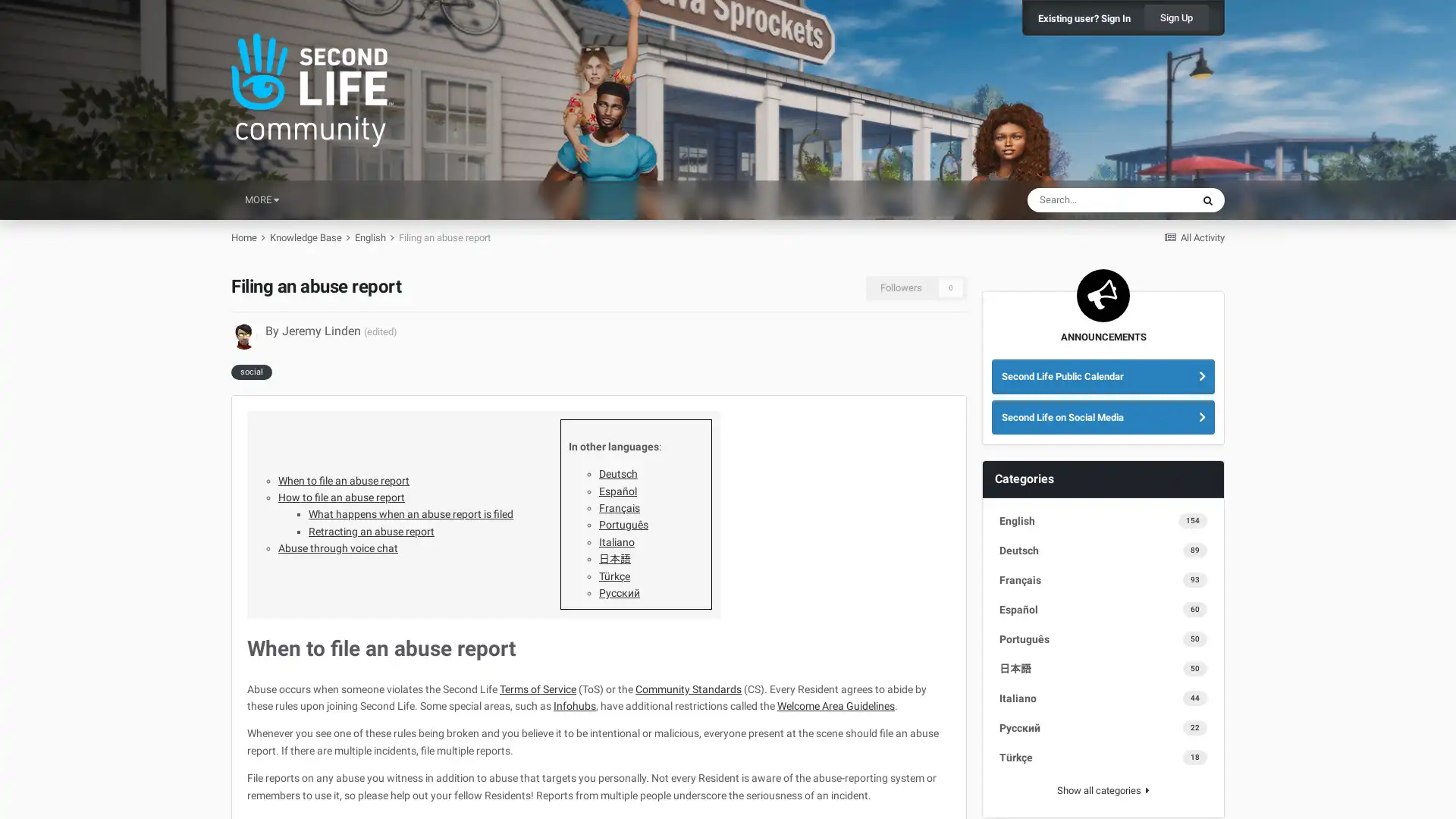  I want to click on Search, so click(1207, 199).